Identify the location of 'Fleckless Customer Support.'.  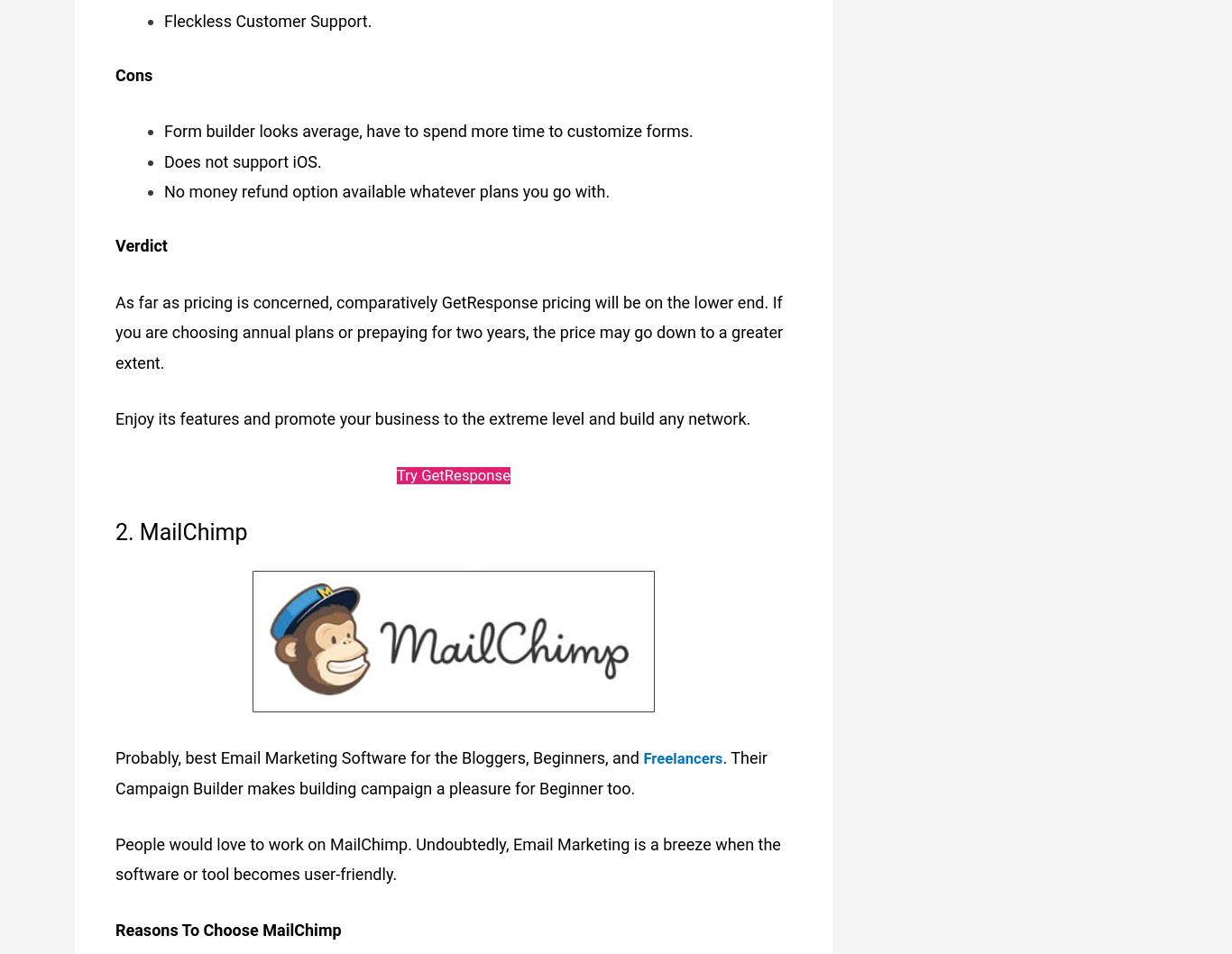
(267, 17).